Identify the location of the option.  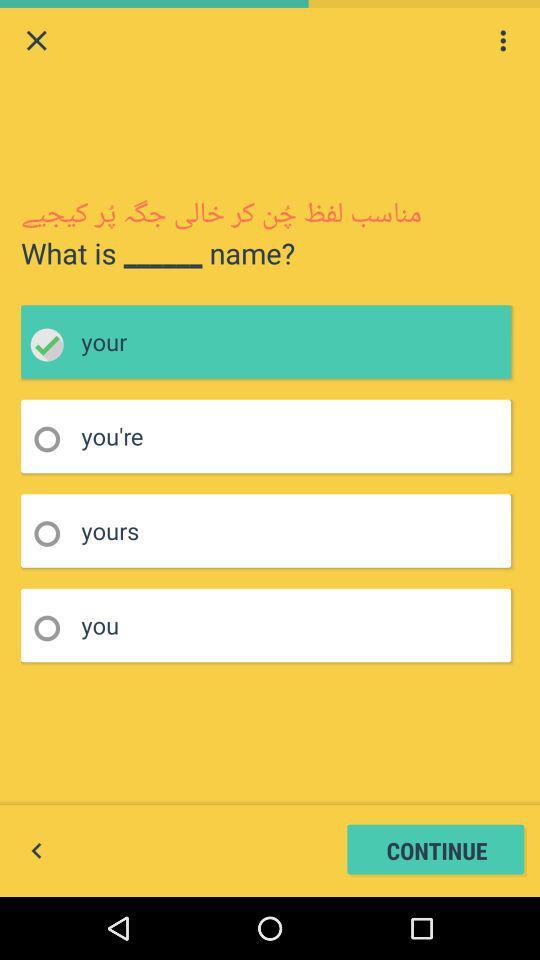
(53, 627).